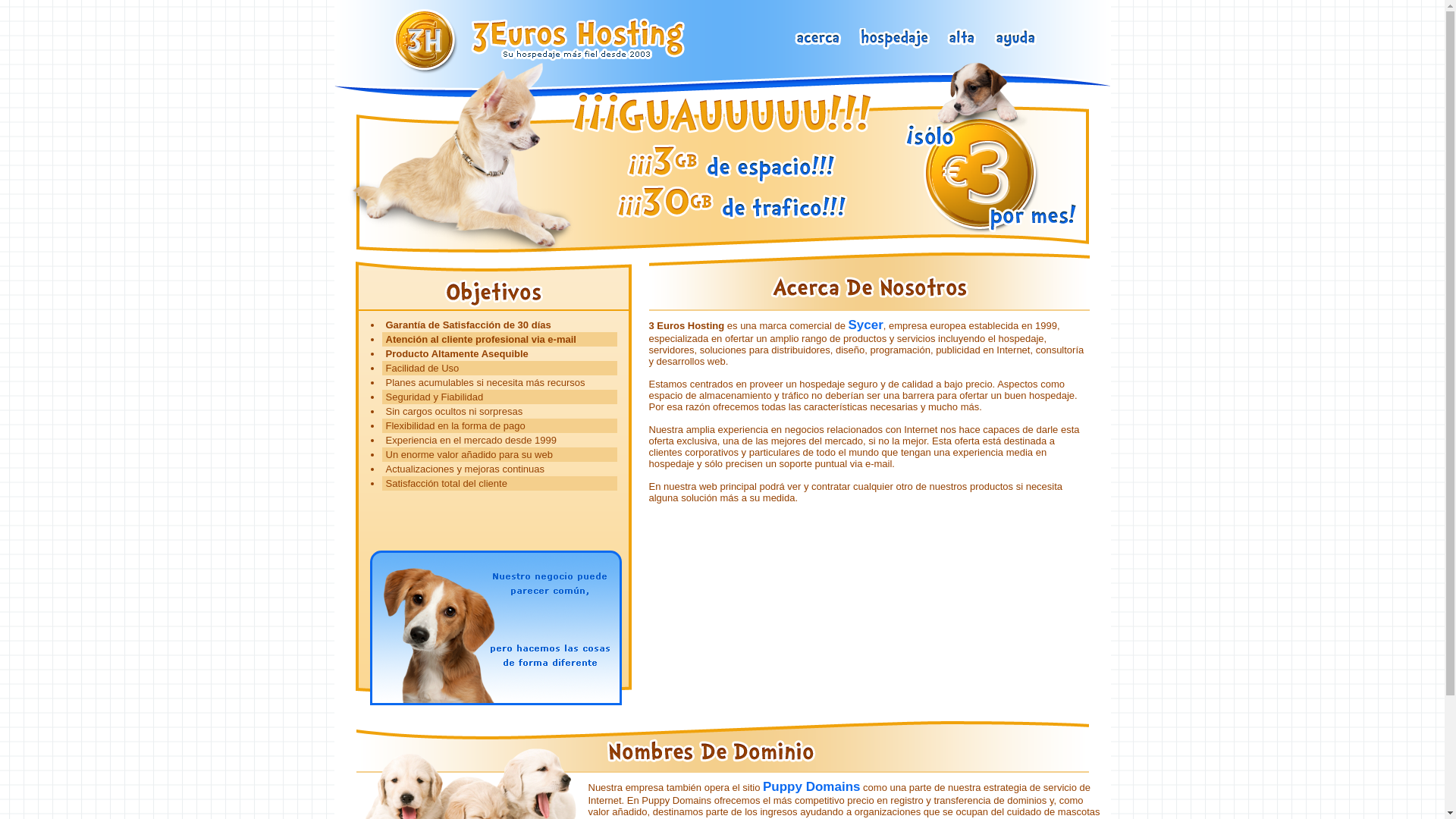 The width and height of the screenshot is (1456, 819). Describe the element at coordinates (847, 324) in the screenshot. I see `'Sycer'` at that location.